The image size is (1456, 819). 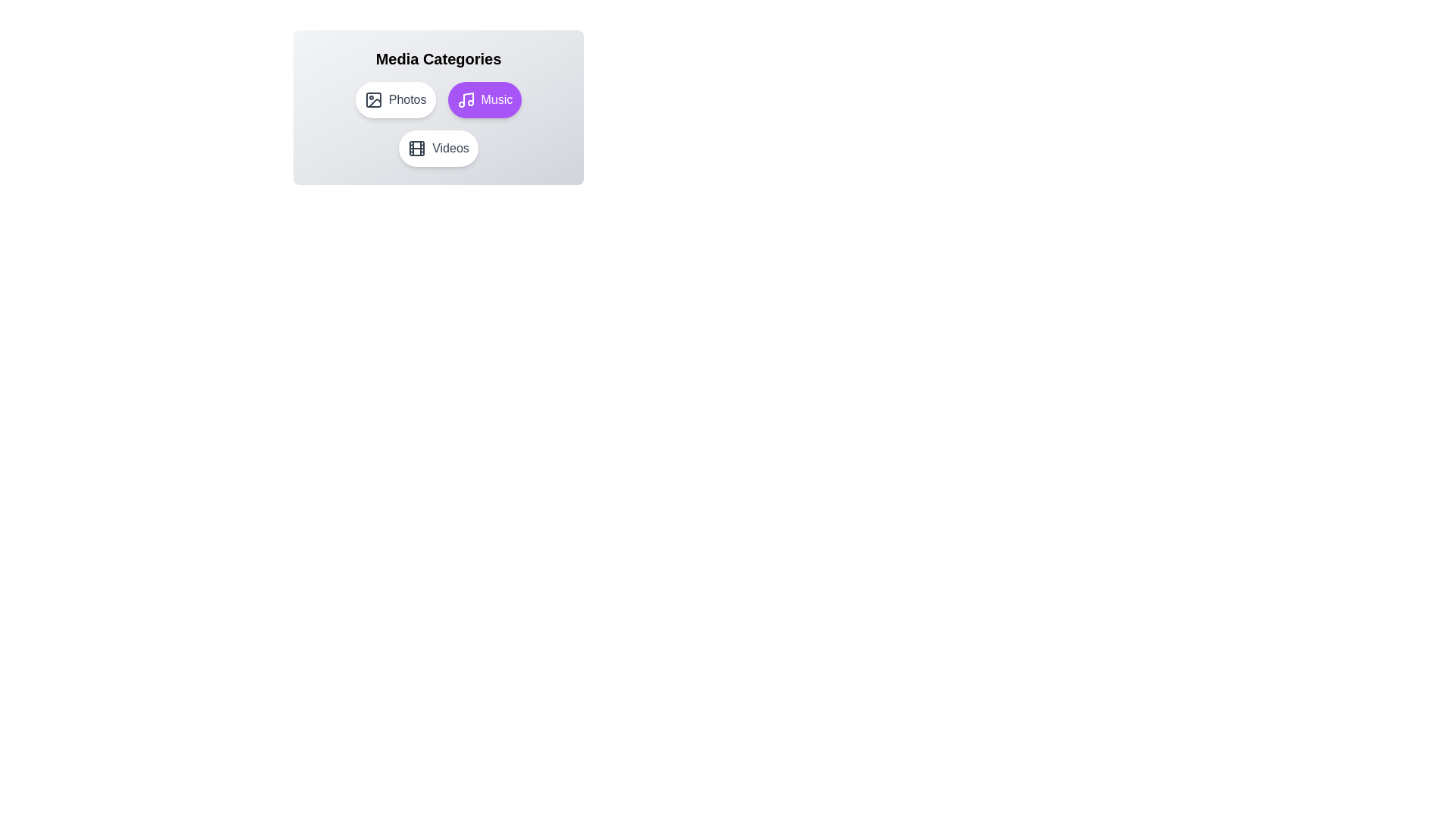 I want to click on the category button labeled Photos, so click(x=395, y=99).